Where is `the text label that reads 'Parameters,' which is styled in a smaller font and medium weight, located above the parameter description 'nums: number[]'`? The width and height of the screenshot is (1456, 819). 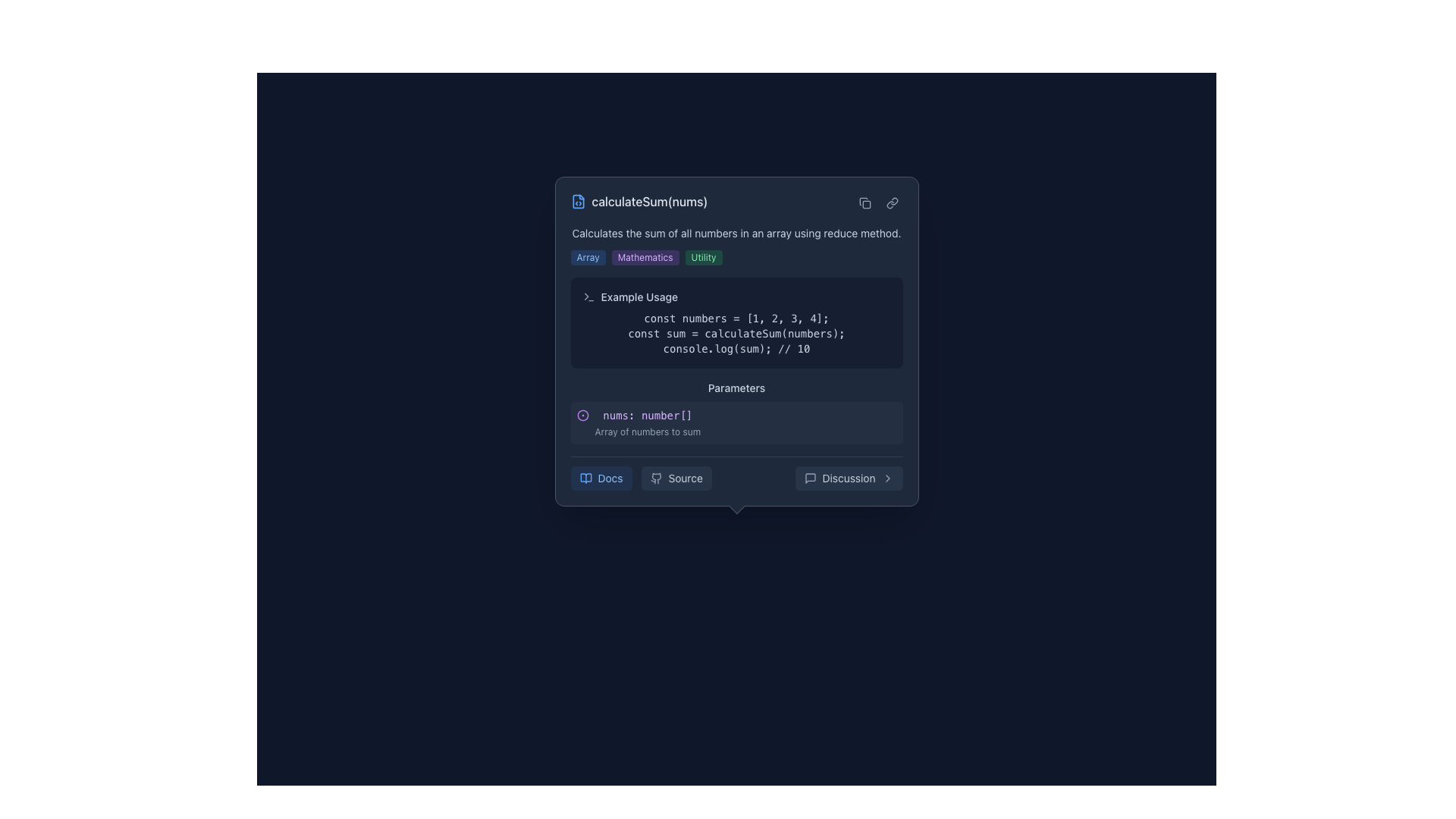 the text label that reads 'Parameters,' which is styled in a smaller font and medium weight, located above the parameter description 'nums: number[]' is located at coordinates (736, 388).